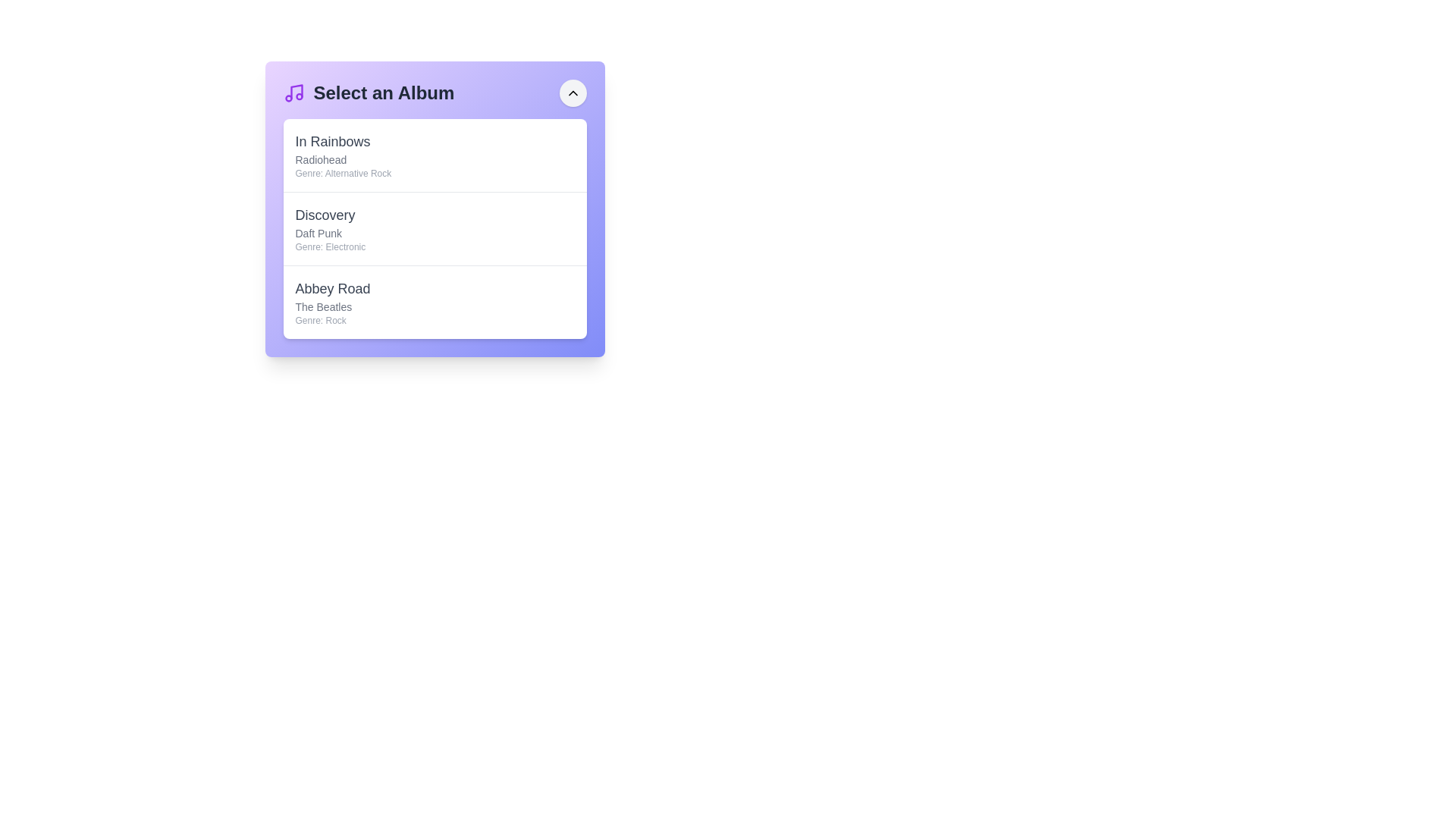 The height and width of the screenshot is (819, 1456). What do you see at coordinates (572, 93) in the screenshot?
I see `the upward arrow icon (Chevron-Up) located in the top-right corner of the purple panel labeled 'Select an Album', which is within a circular button with a gray background` at bounding box center [572, 93].